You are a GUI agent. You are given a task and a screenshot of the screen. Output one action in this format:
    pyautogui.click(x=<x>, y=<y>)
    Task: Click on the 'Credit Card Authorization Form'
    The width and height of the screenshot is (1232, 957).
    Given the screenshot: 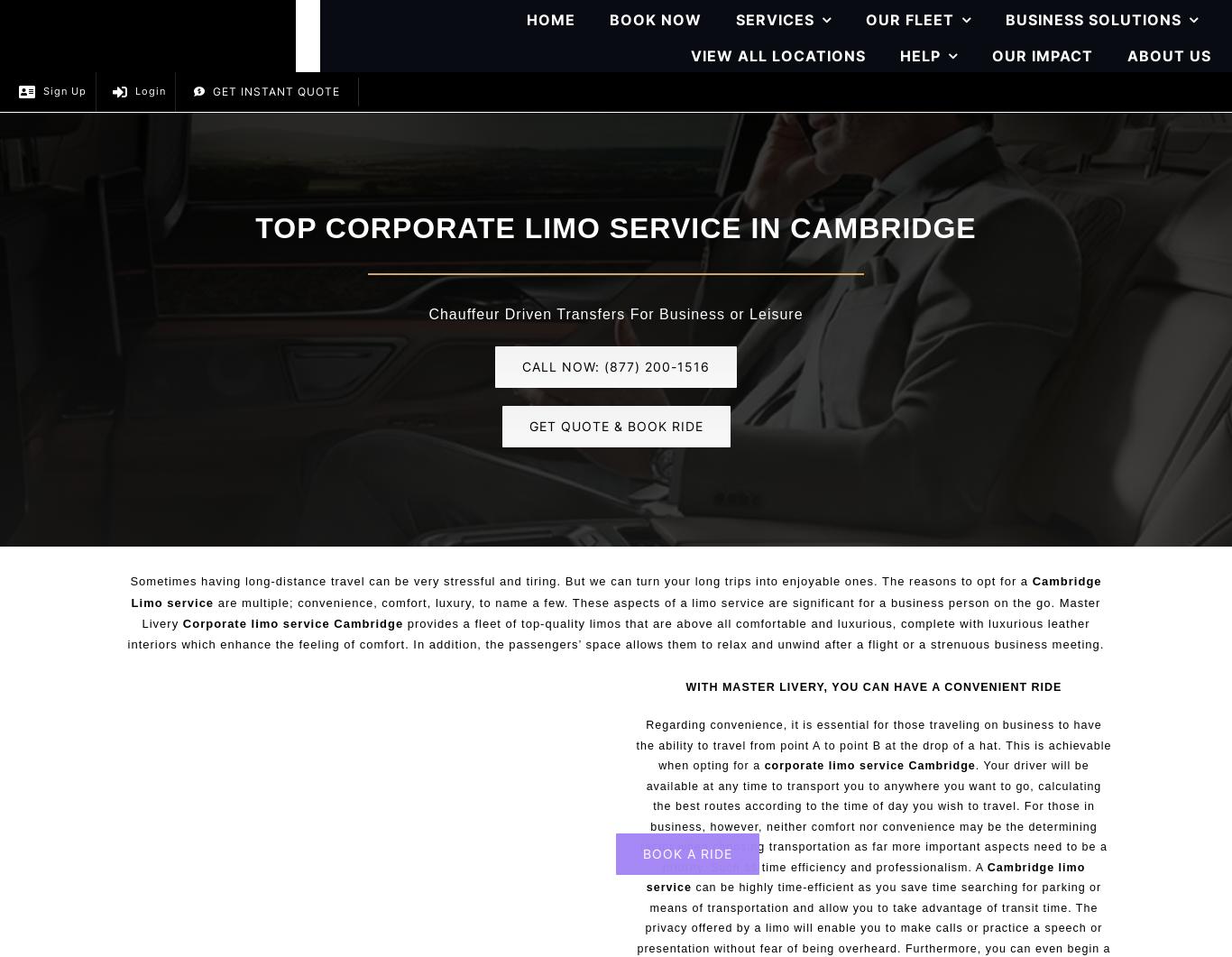 What is the action you would take?
    pyautogui.click(x=1016, y=189)
    